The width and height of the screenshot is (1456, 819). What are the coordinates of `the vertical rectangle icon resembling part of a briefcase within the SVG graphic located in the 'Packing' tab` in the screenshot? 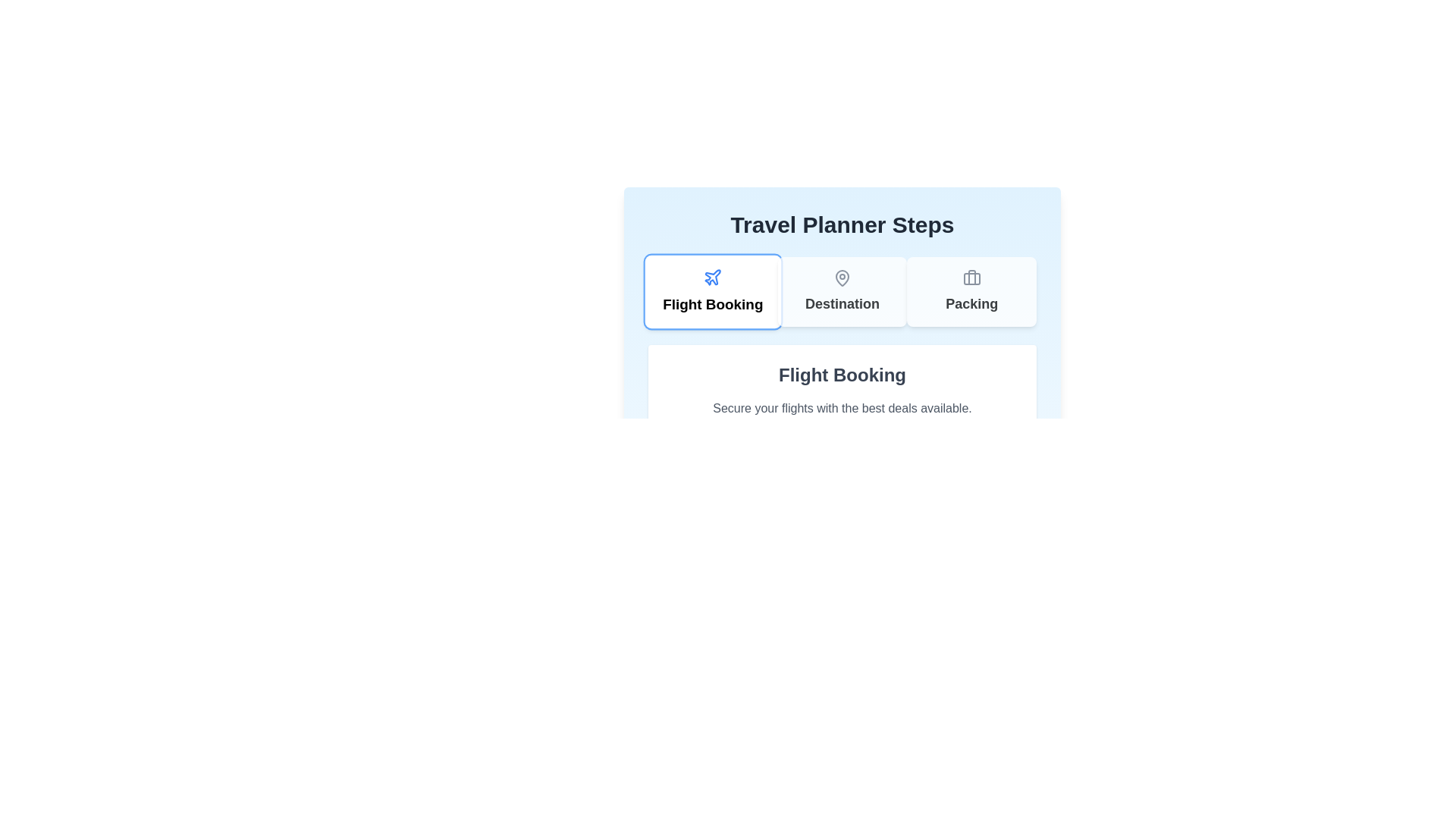 It's located at (971, 278).